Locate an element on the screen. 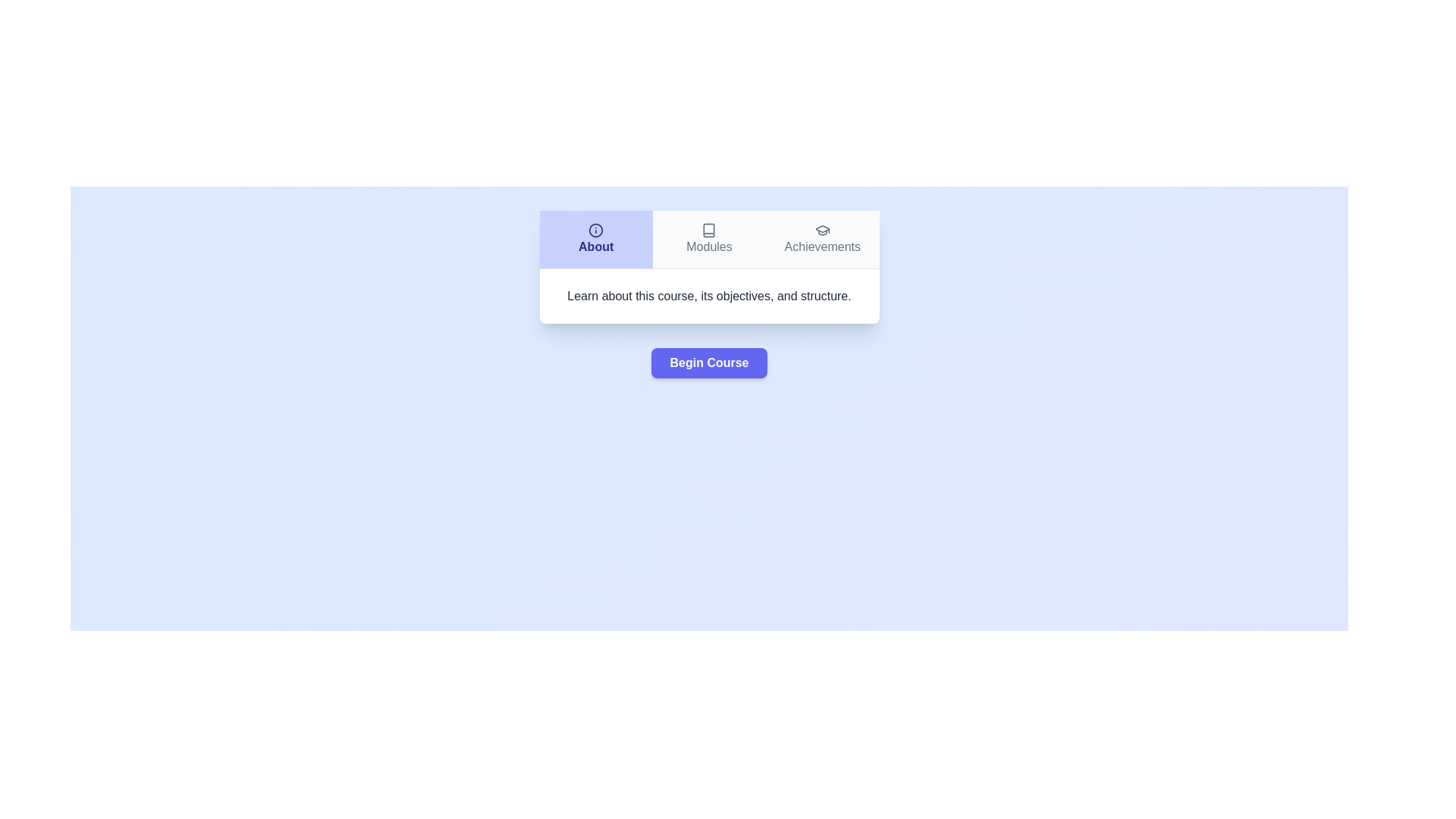 This screenshot has height=819, width=1456. the About tab is located at coordinates (595, 239).